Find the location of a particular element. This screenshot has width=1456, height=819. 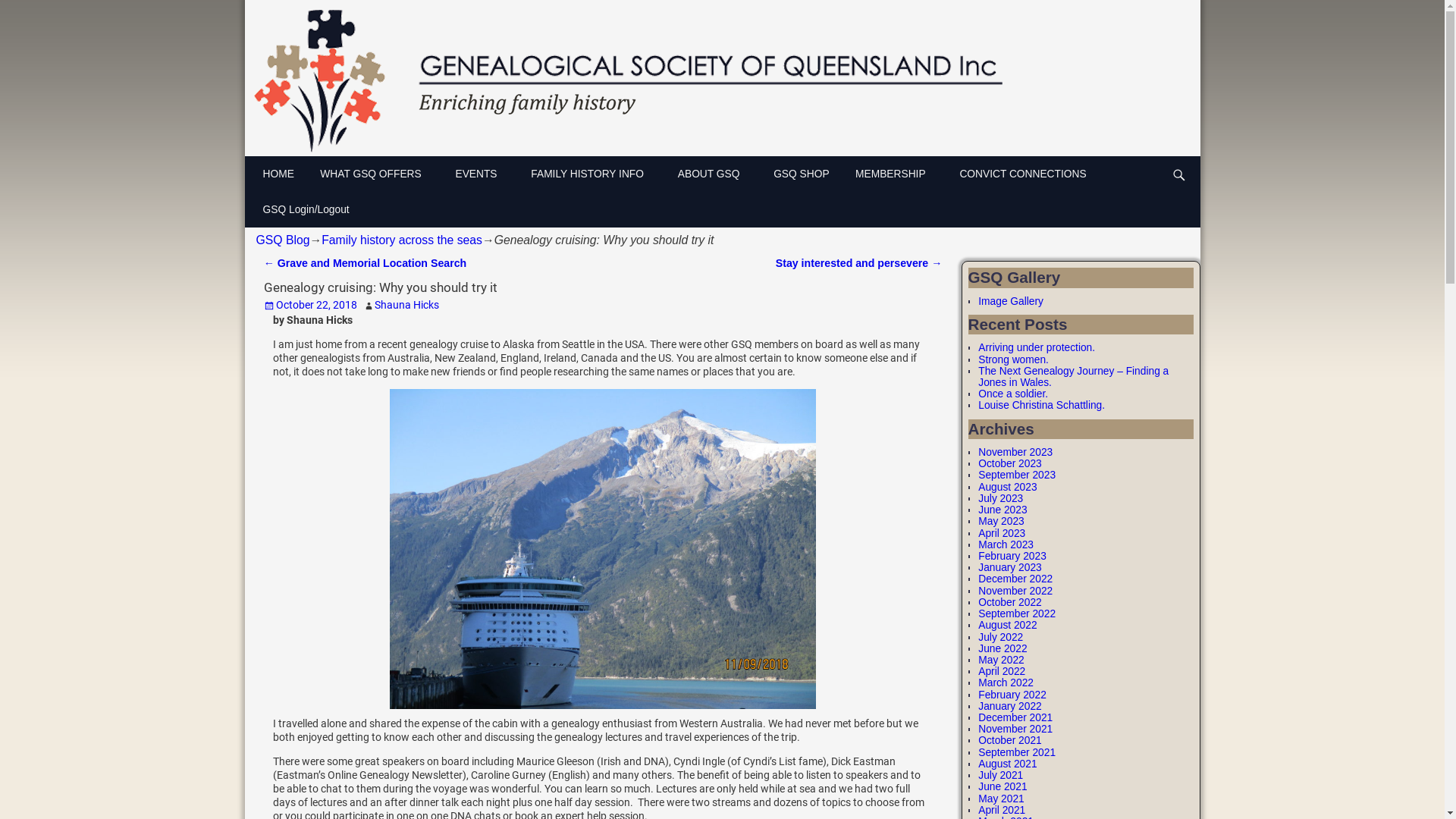

'June 2022' is located at coordinates (1002, 648).